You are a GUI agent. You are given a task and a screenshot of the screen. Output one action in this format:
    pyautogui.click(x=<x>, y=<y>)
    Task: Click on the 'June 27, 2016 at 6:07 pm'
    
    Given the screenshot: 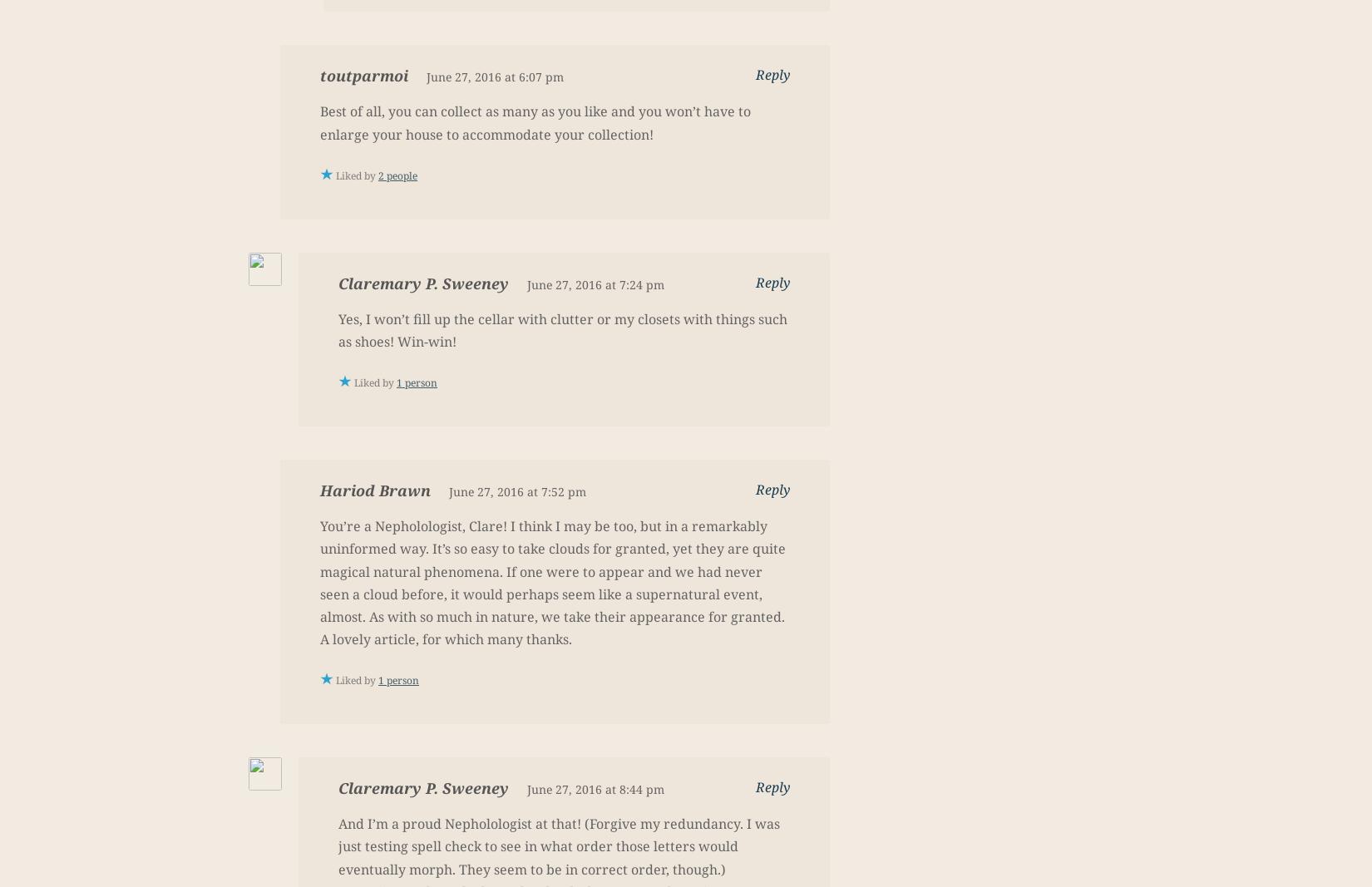 What is the action you would take?
    pyautogui.click(x=494, y=76)
    